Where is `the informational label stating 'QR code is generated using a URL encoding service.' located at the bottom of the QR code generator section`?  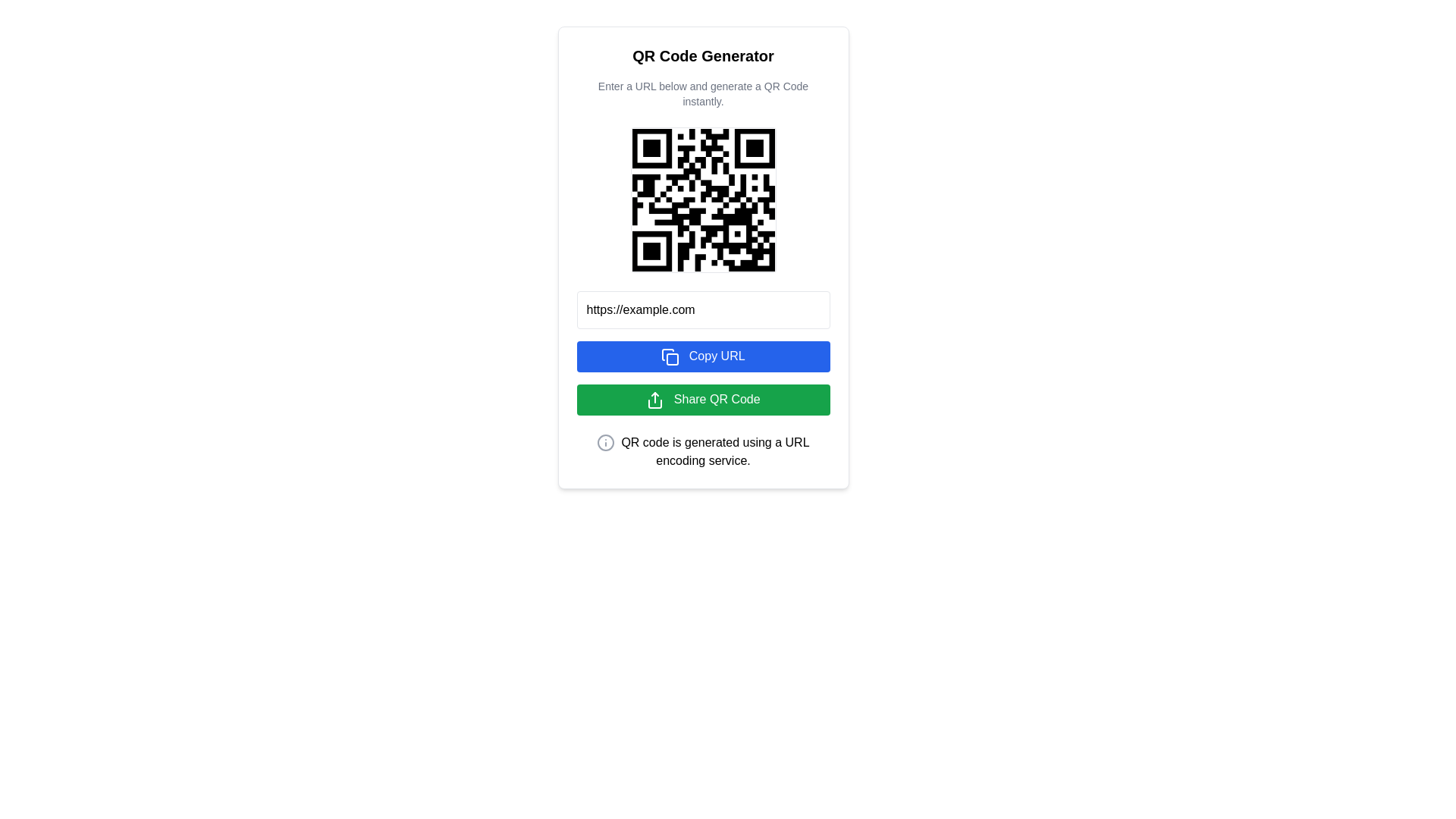
the informational label stating 'QR code is generated using a URL encoding service.' located at the bottom of the QR code generator section is located at coordinates (702, 450).